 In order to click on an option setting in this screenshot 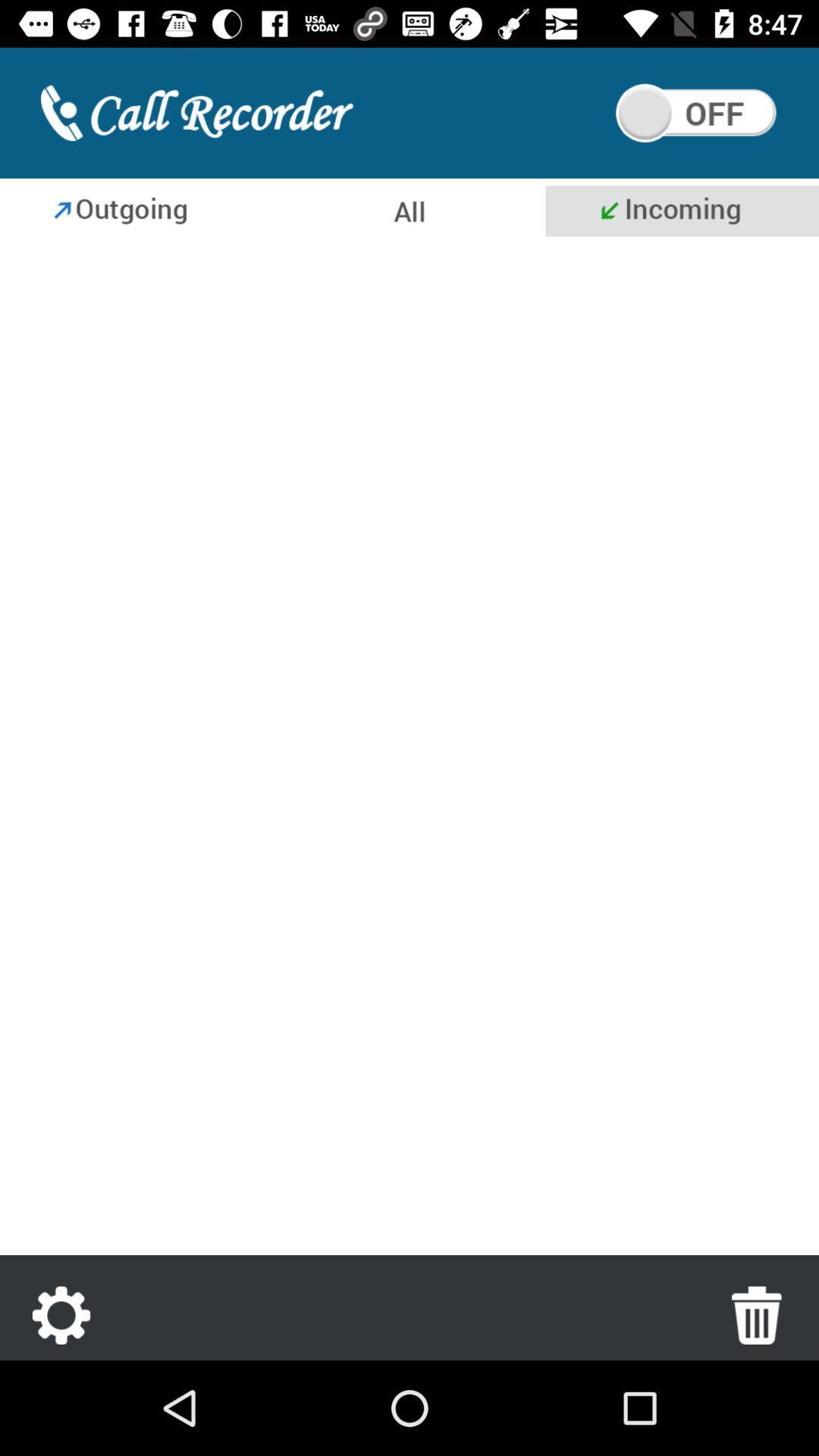, I will do `click(61, 1314)`.